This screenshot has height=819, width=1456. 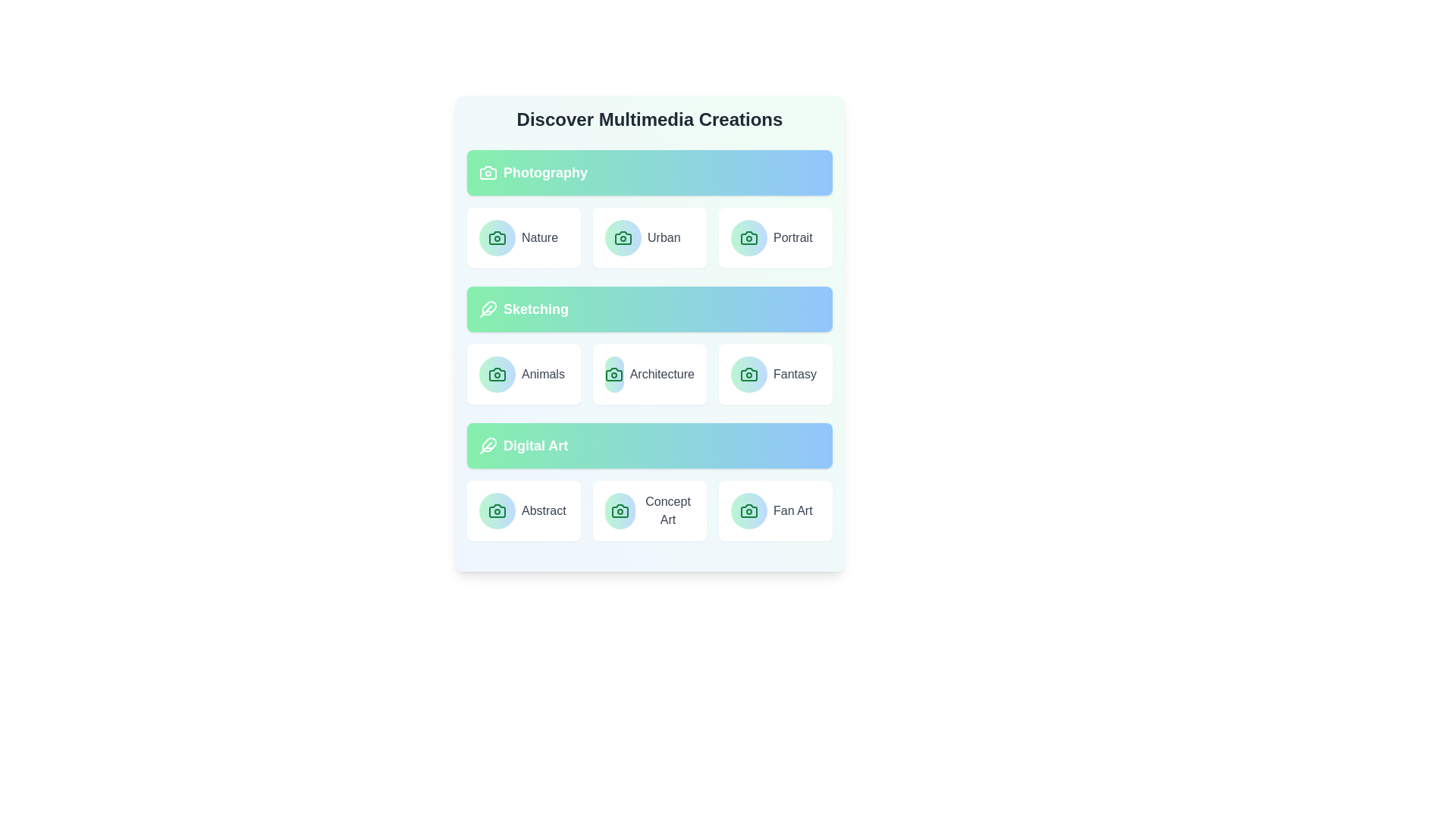 What do you see at coordinates (650, 309) in the screenshot?
I see `the category header Sketching to focus on its contents` at bounding box center [650, 309].